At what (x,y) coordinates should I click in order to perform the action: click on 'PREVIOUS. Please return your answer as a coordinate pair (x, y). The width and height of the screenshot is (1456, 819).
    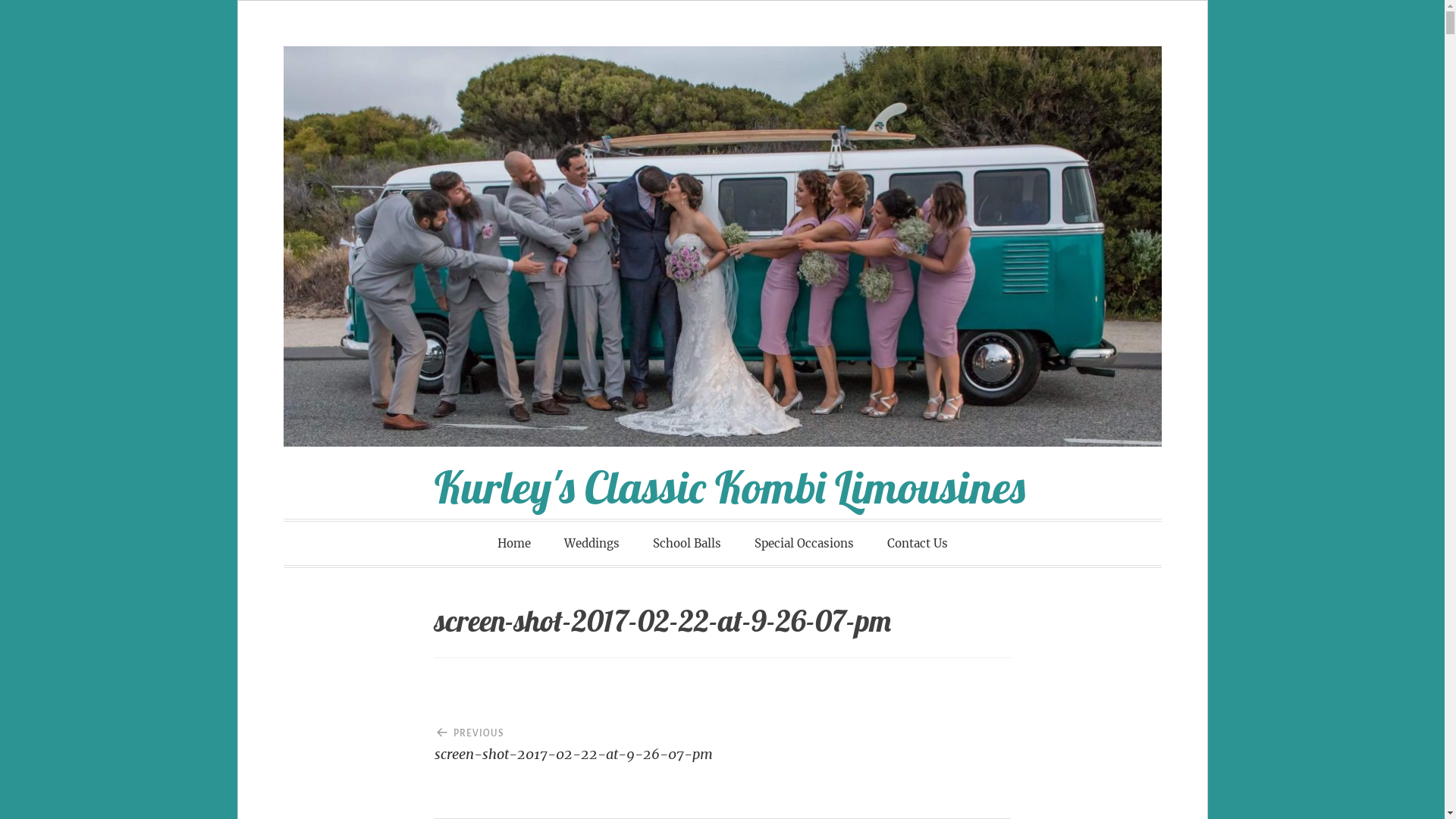
    Looking at the image, I should click on (577, 736).